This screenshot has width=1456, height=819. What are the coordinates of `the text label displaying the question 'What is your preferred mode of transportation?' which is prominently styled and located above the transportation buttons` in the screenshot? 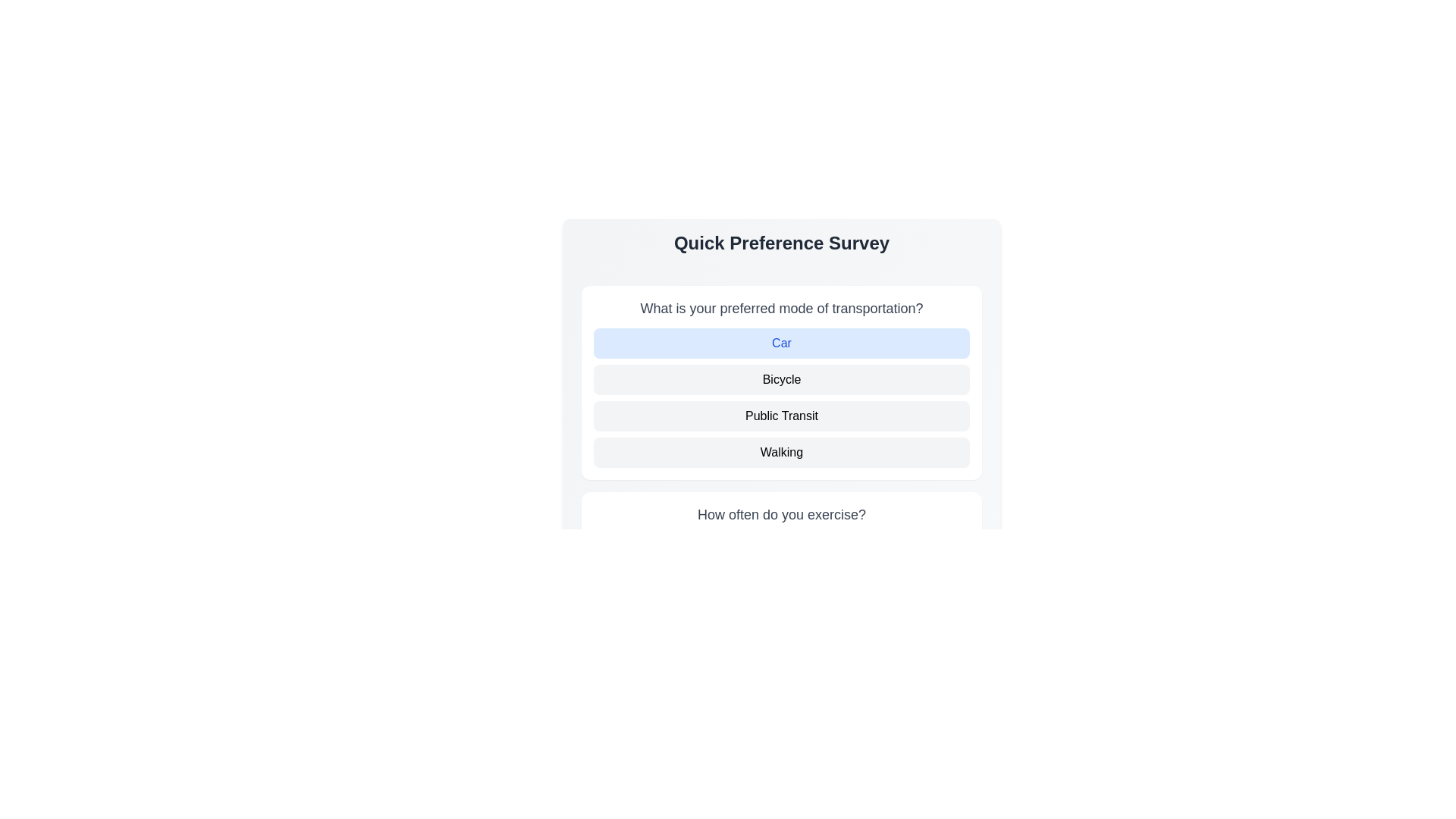 It's located at (782, 308).